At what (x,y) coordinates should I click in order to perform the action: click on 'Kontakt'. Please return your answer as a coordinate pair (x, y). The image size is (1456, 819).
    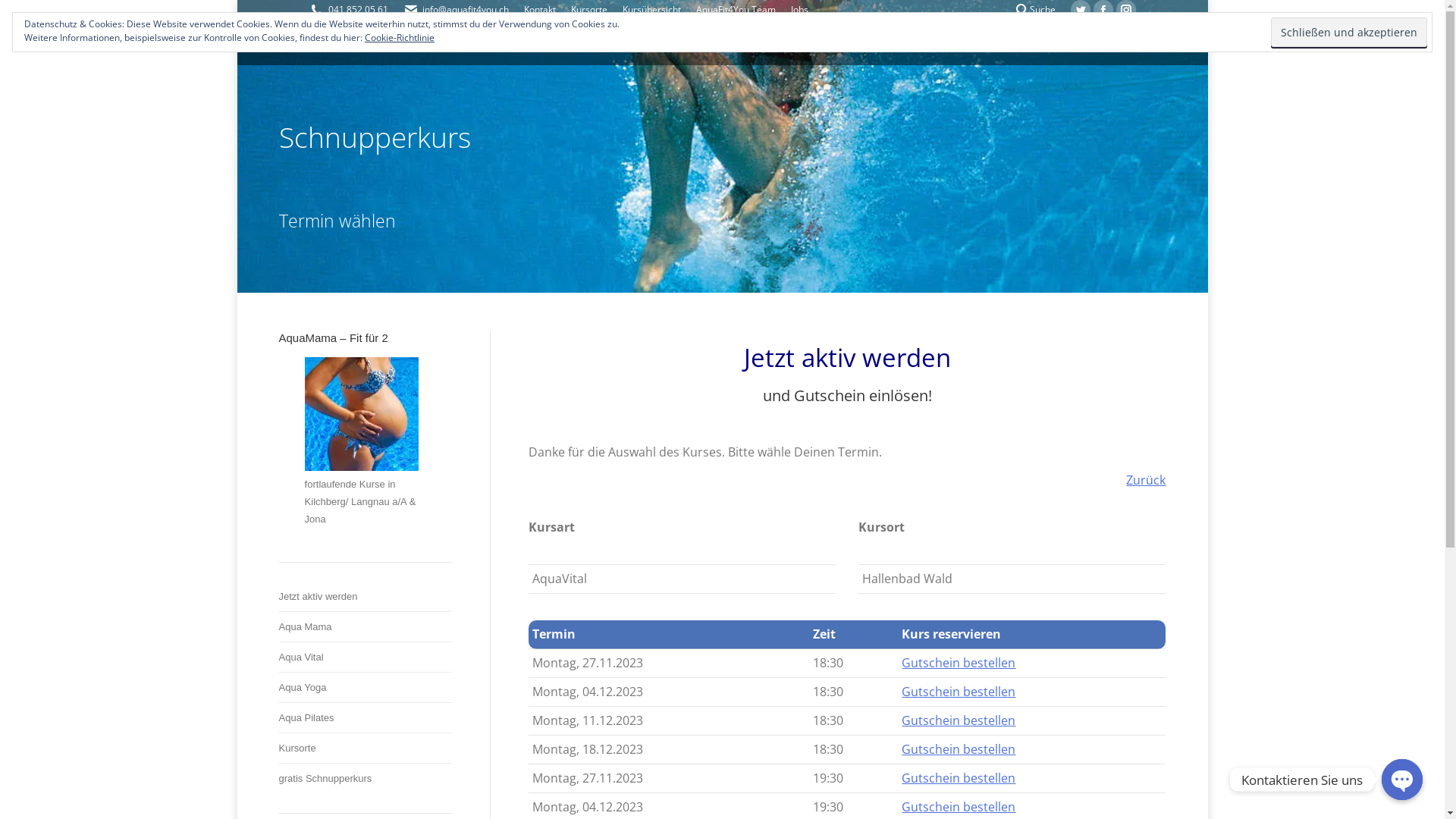
    Looking at the image, I should click on (538, 9).